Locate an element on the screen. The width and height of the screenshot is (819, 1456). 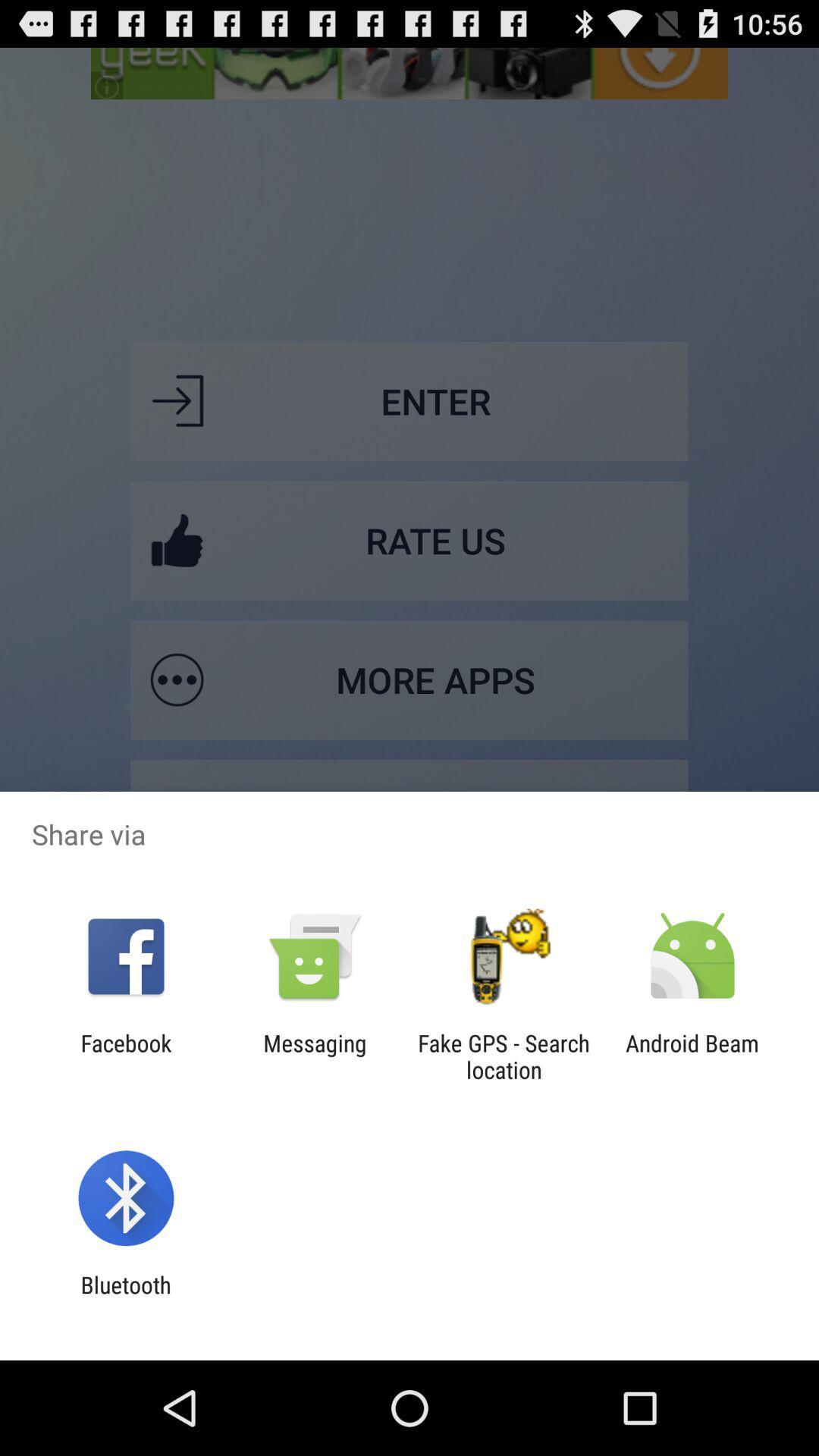
the messaging is located at coordinates (314, 1056).